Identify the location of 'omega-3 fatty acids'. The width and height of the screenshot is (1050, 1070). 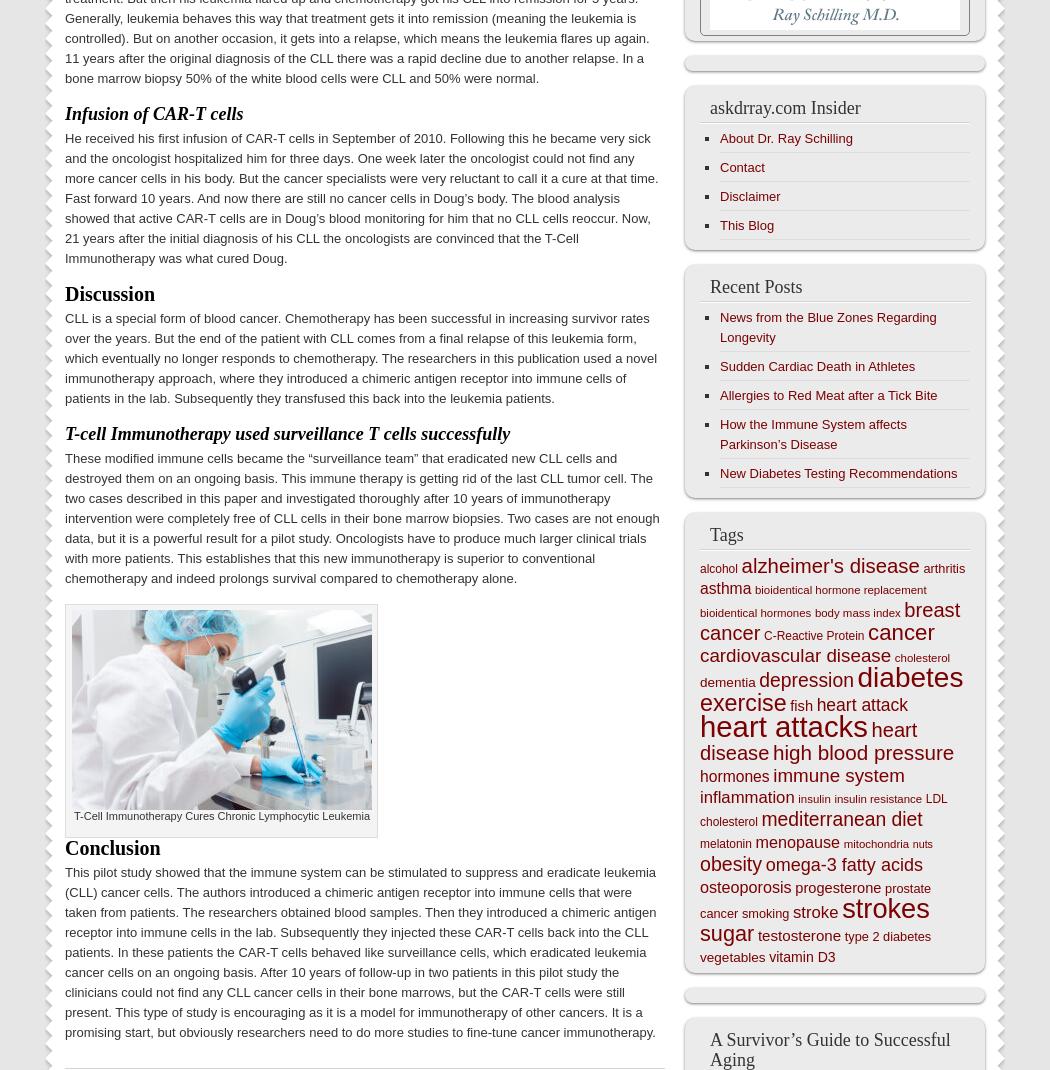
(843, 864).